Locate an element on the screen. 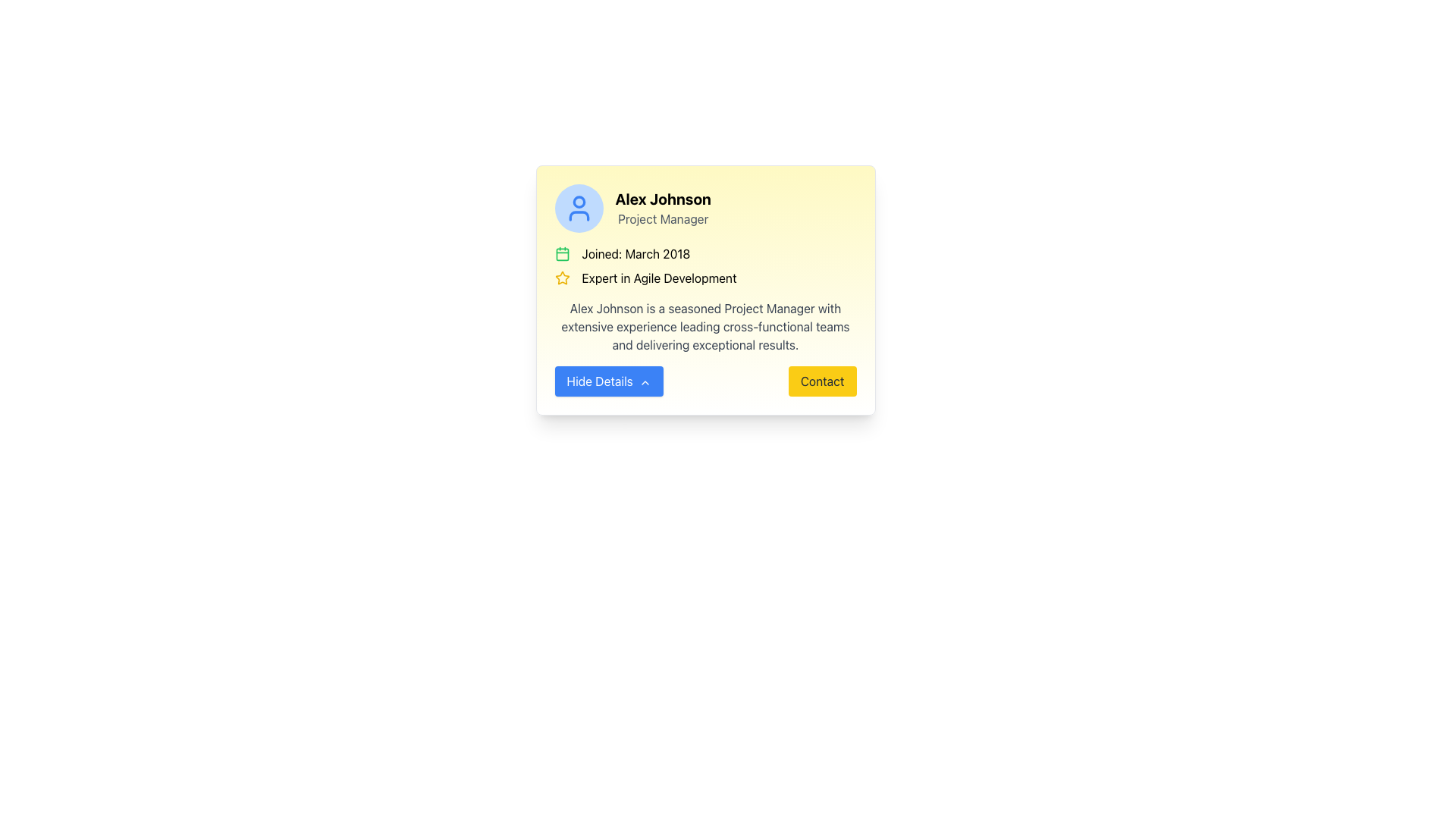  information displayed in the Text Label that shows the user's joining date, which is positioned to the right of a green calendar icon is located at coordinates (635, 253).